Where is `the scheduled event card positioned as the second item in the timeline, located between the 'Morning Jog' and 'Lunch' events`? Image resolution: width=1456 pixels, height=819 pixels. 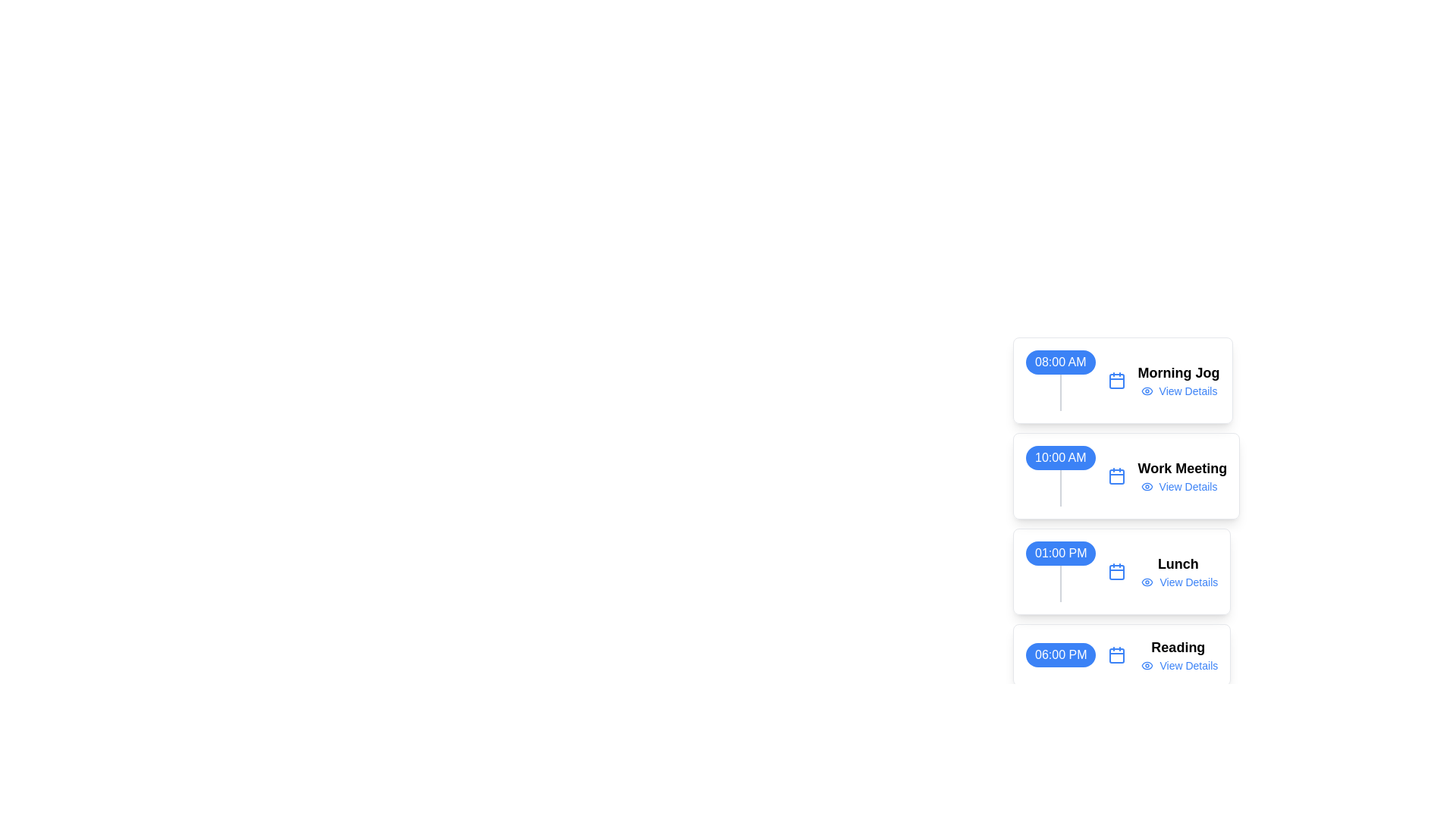 the scheduled event card positioned as the second item in the timeline, located between the 'Morning Jog' and 'Lunch' events is located at coordinates (1126, 475).